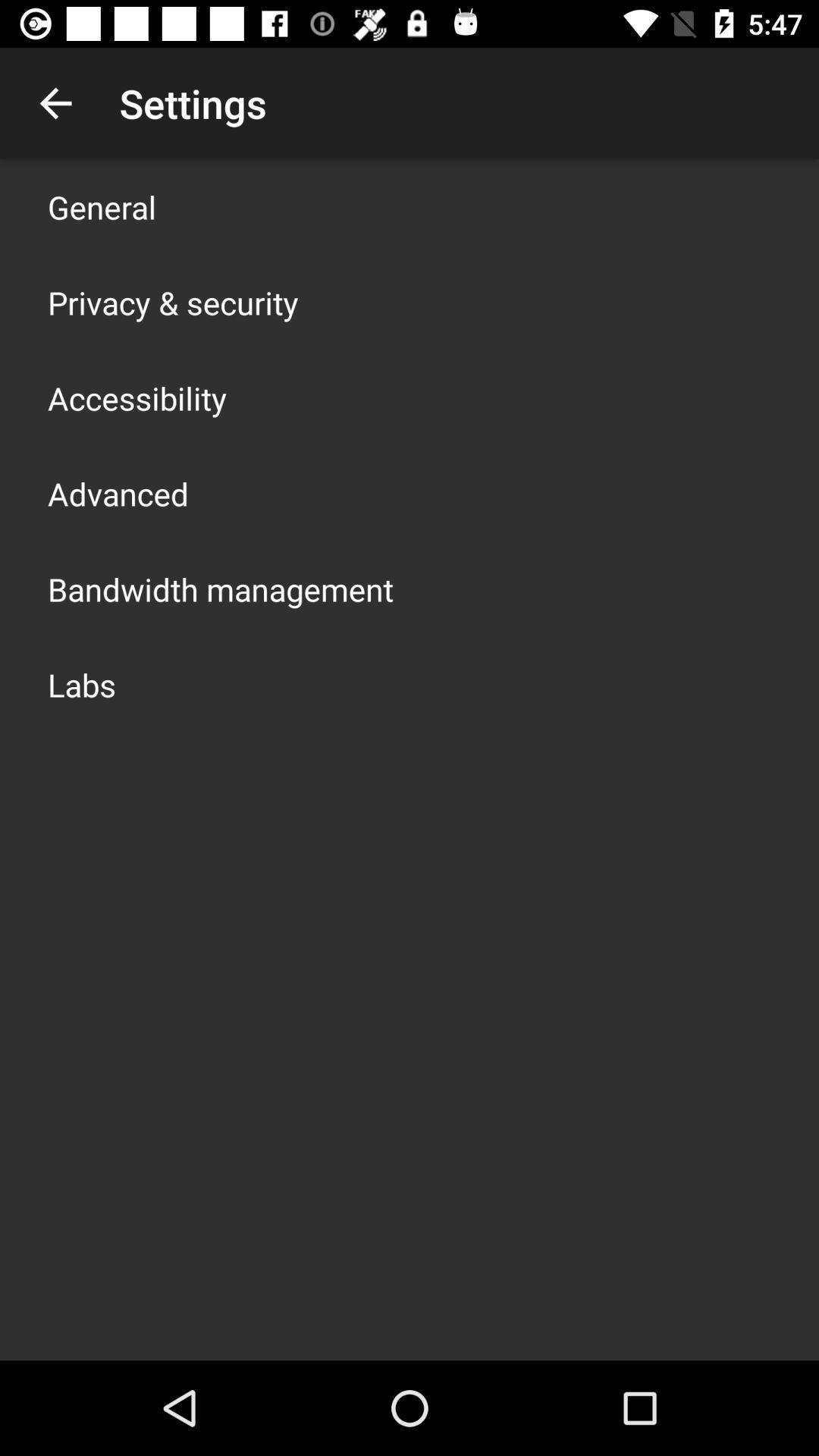 This screenshot has height=1456, width=819. What do you see at coordinates (82, 683) in the screenshot?
I see `labs item` at bounding box center [82, 683].